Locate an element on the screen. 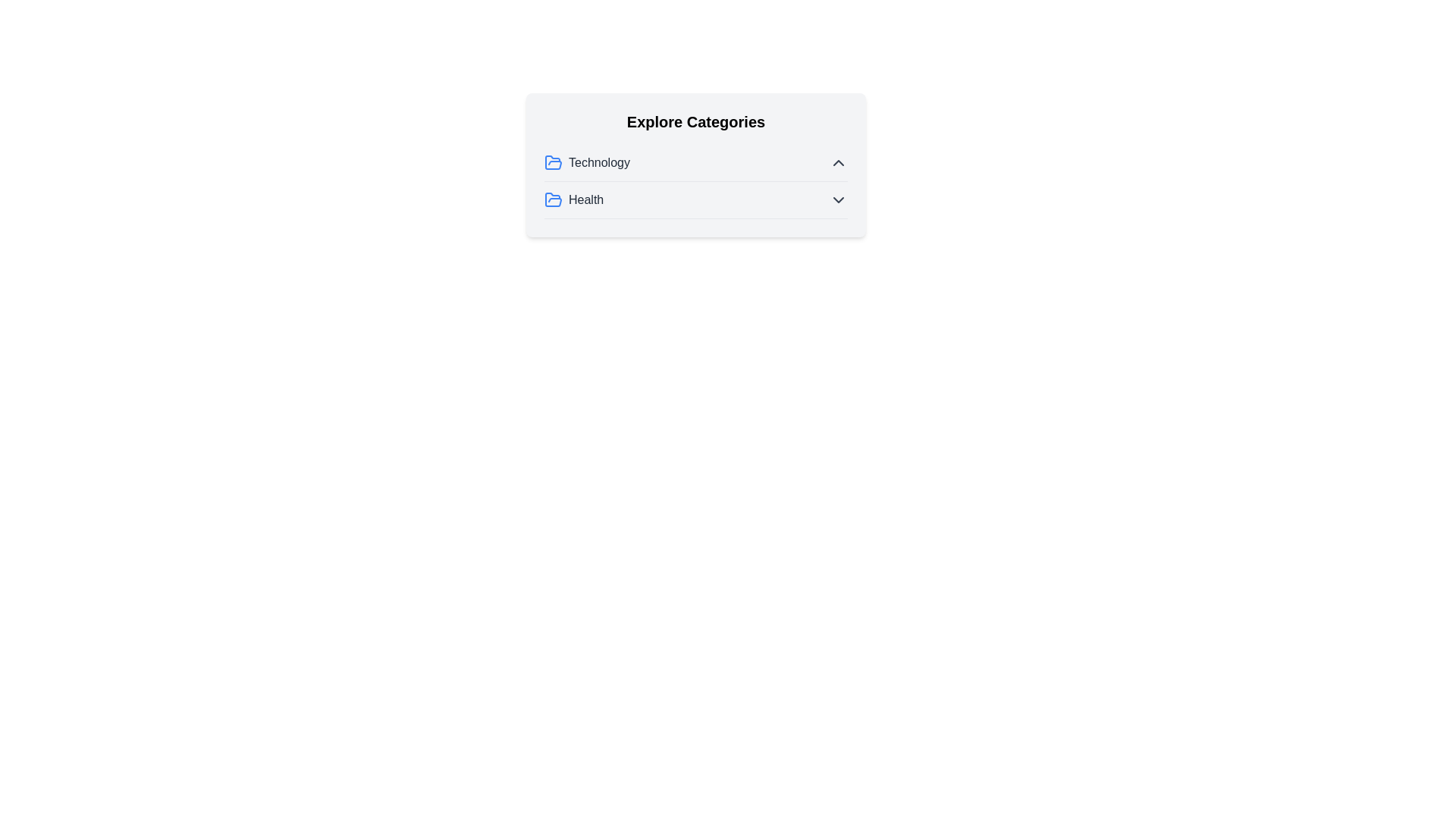  the ChevronDown icon next to the Health category to expand or collapse it is located at coordinates (837, 199).